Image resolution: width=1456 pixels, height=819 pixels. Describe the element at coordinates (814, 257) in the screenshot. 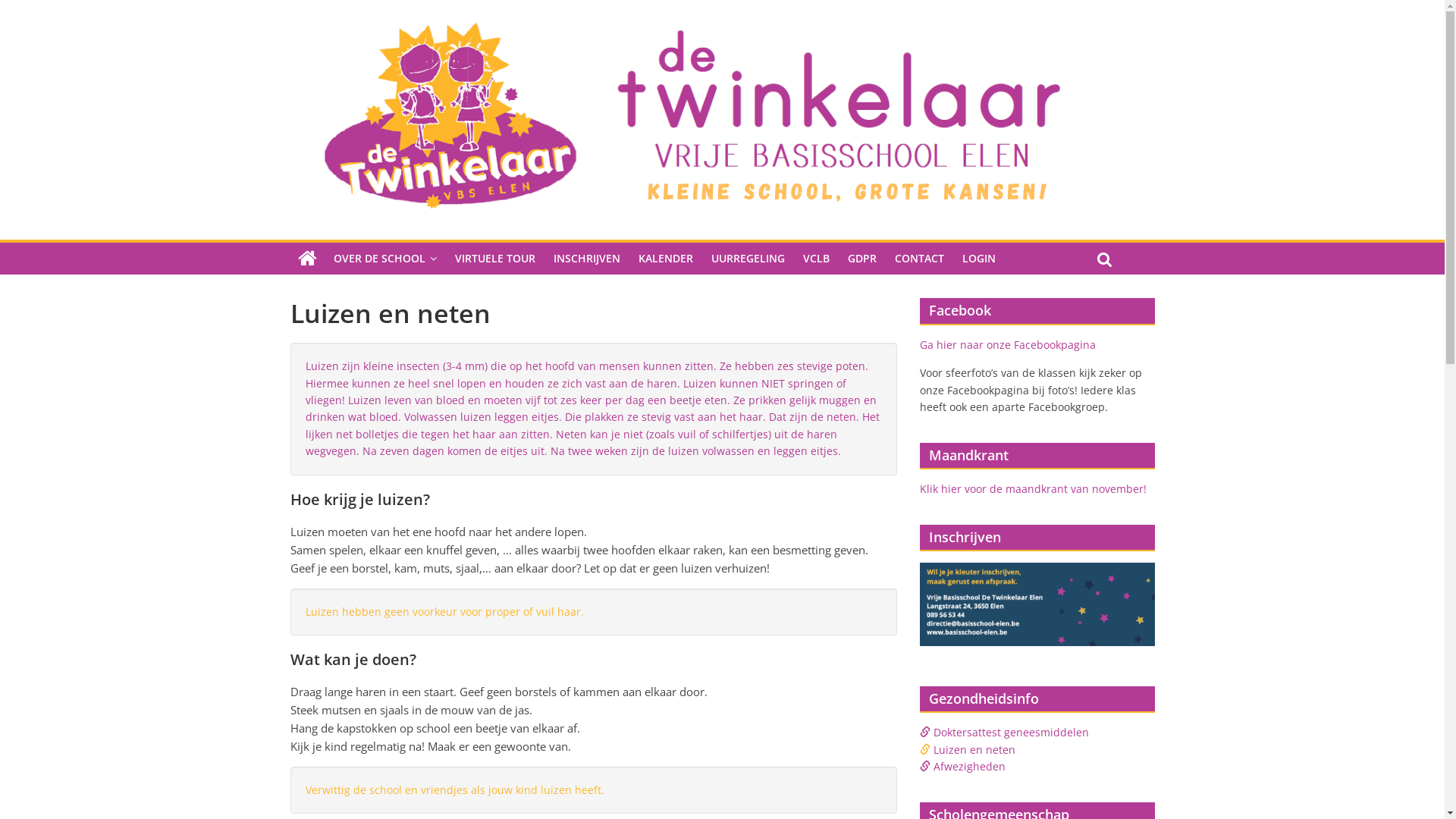

I see `'VCLB'` at that location.